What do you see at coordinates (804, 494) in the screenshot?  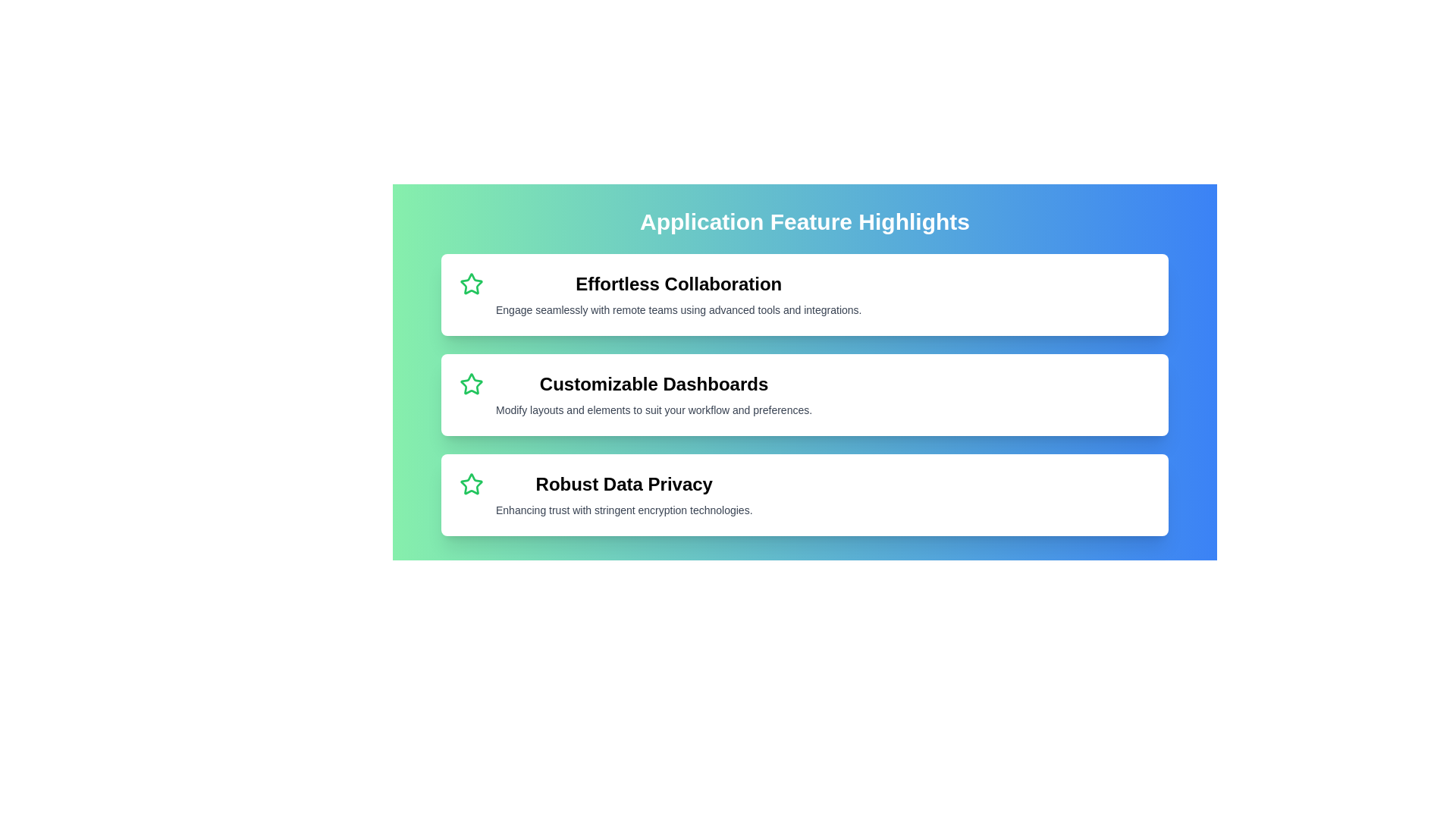 I see `the third Feature Highlight about robust data privacy` at bounding box center [804, 494].